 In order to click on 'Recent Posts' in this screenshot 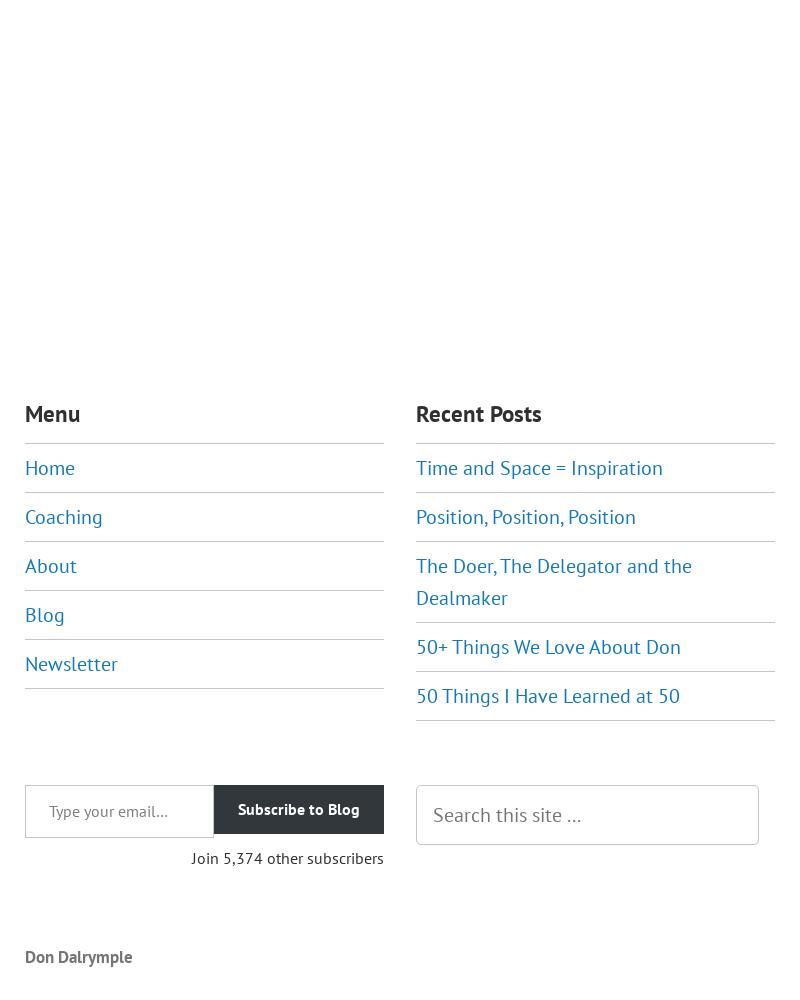, I will do `click(479, 412)`.